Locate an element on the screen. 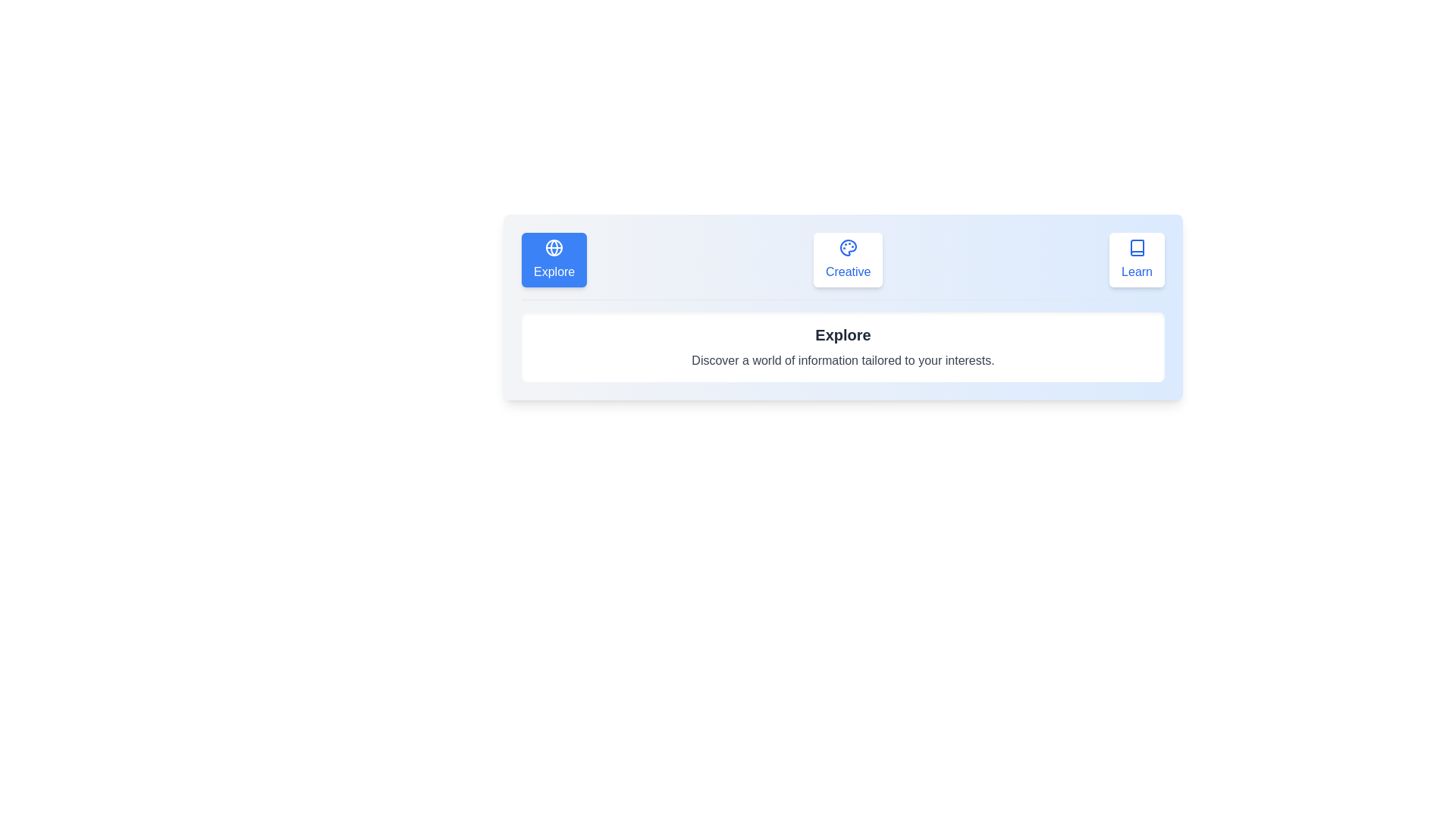  the tab labeled Explore is located at coordinates (553, 259).